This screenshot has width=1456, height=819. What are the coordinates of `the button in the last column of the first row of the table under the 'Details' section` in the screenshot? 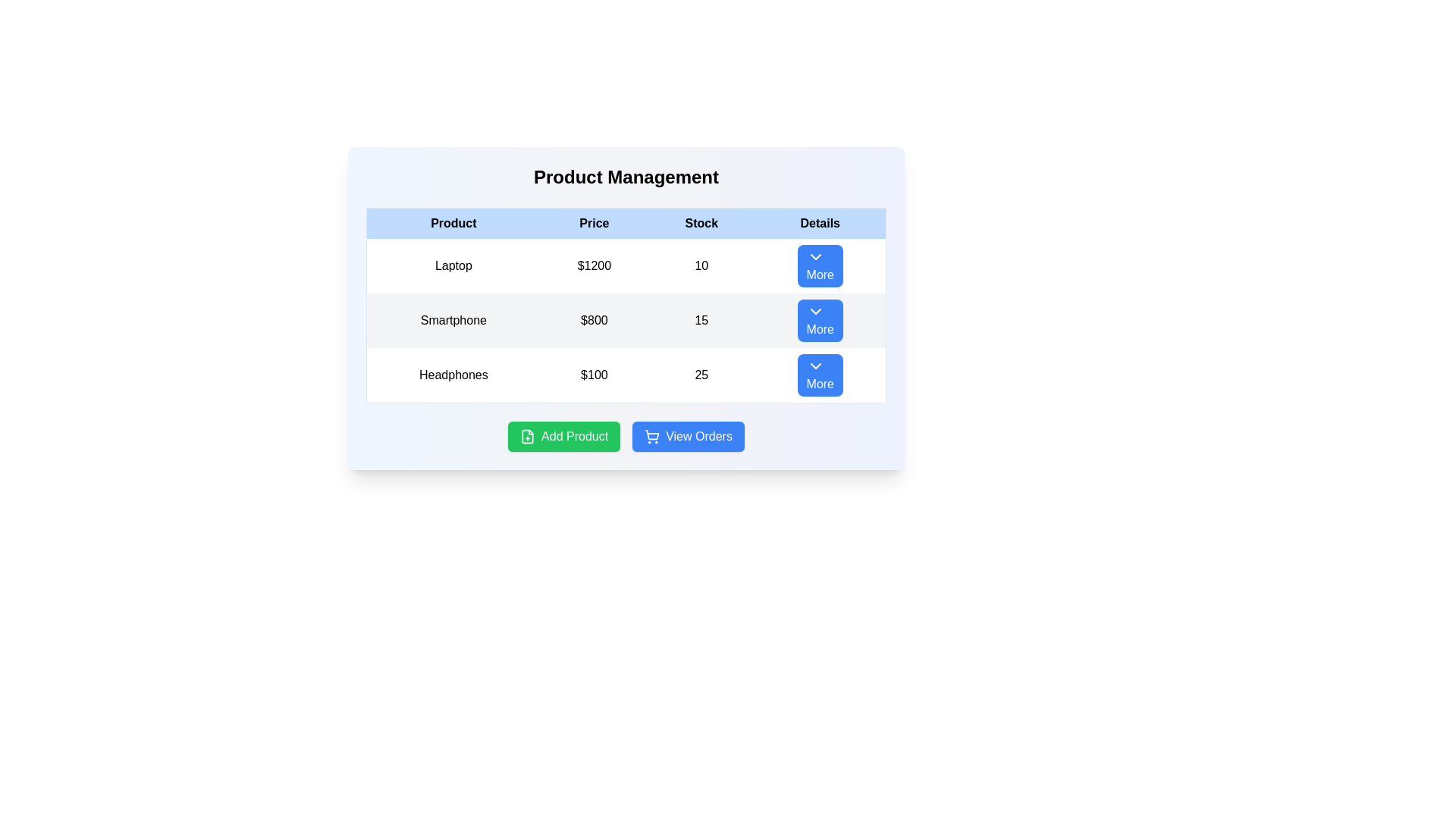 It's located at (820, 265).